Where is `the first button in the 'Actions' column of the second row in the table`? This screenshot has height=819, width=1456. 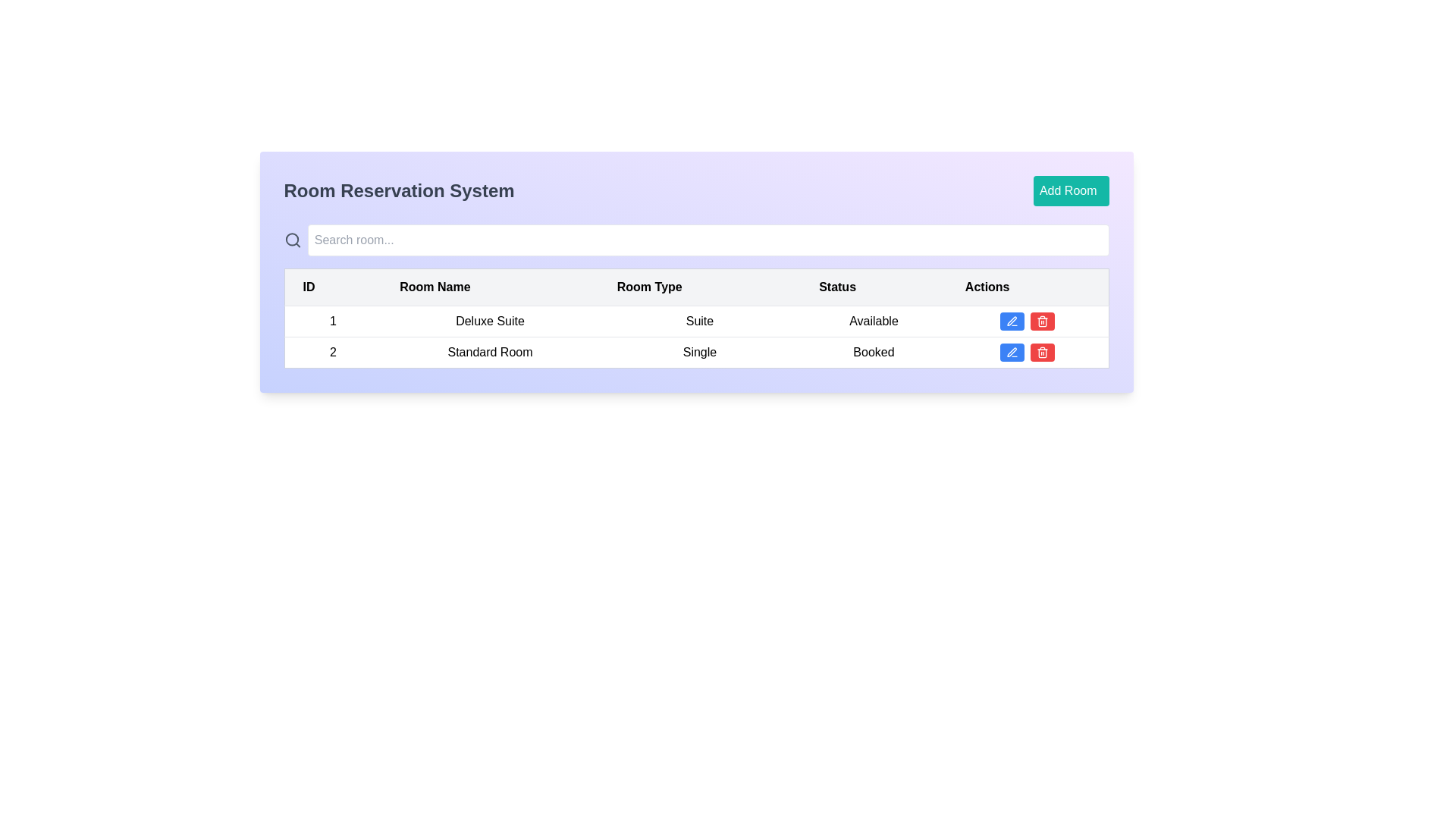
the first button in the 'Actions' column of the second row in the table is located at coordinates (1012, 353).